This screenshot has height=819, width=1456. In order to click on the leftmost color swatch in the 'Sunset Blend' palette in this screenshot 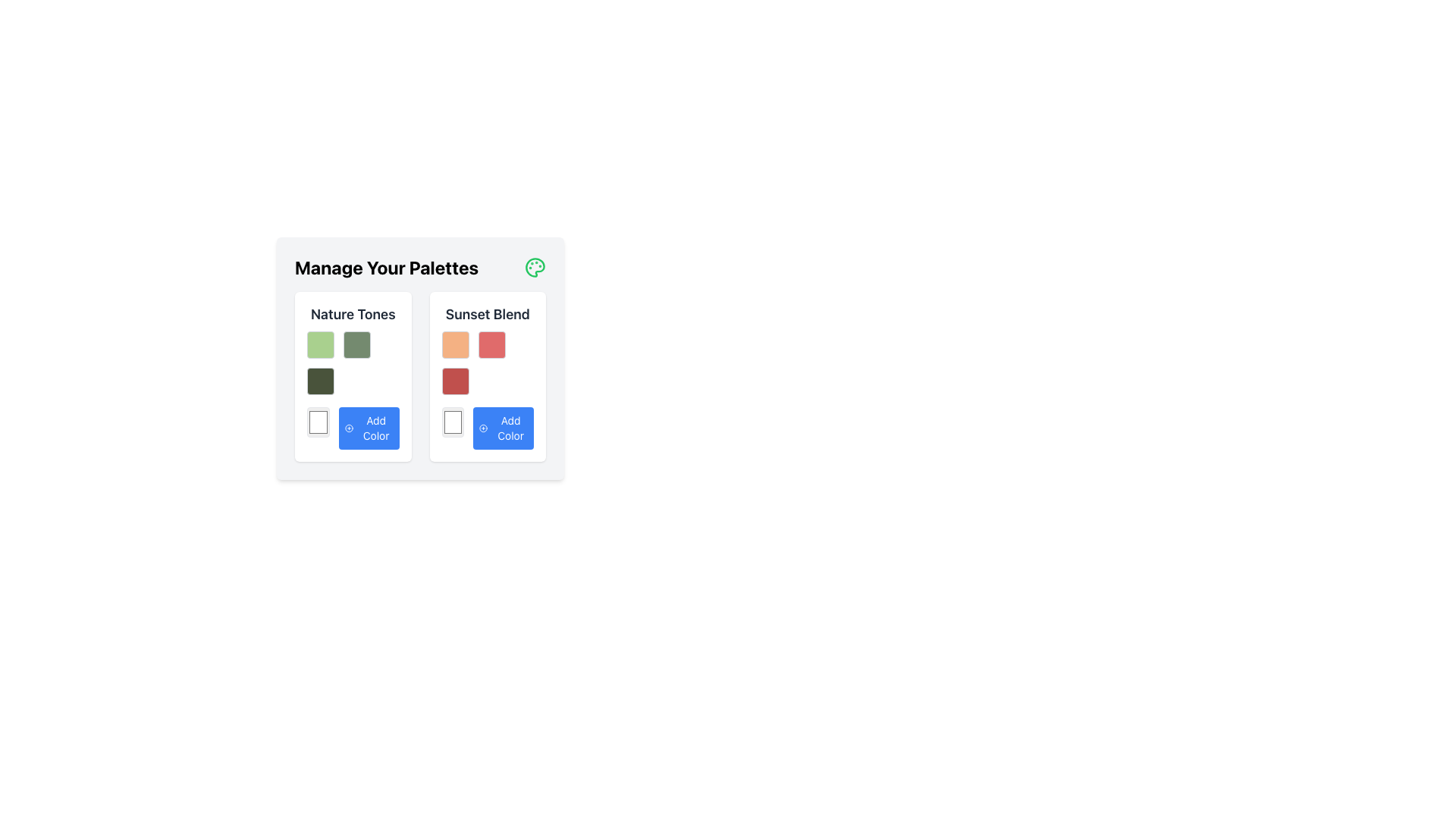, I will do `click(452, 422)`.